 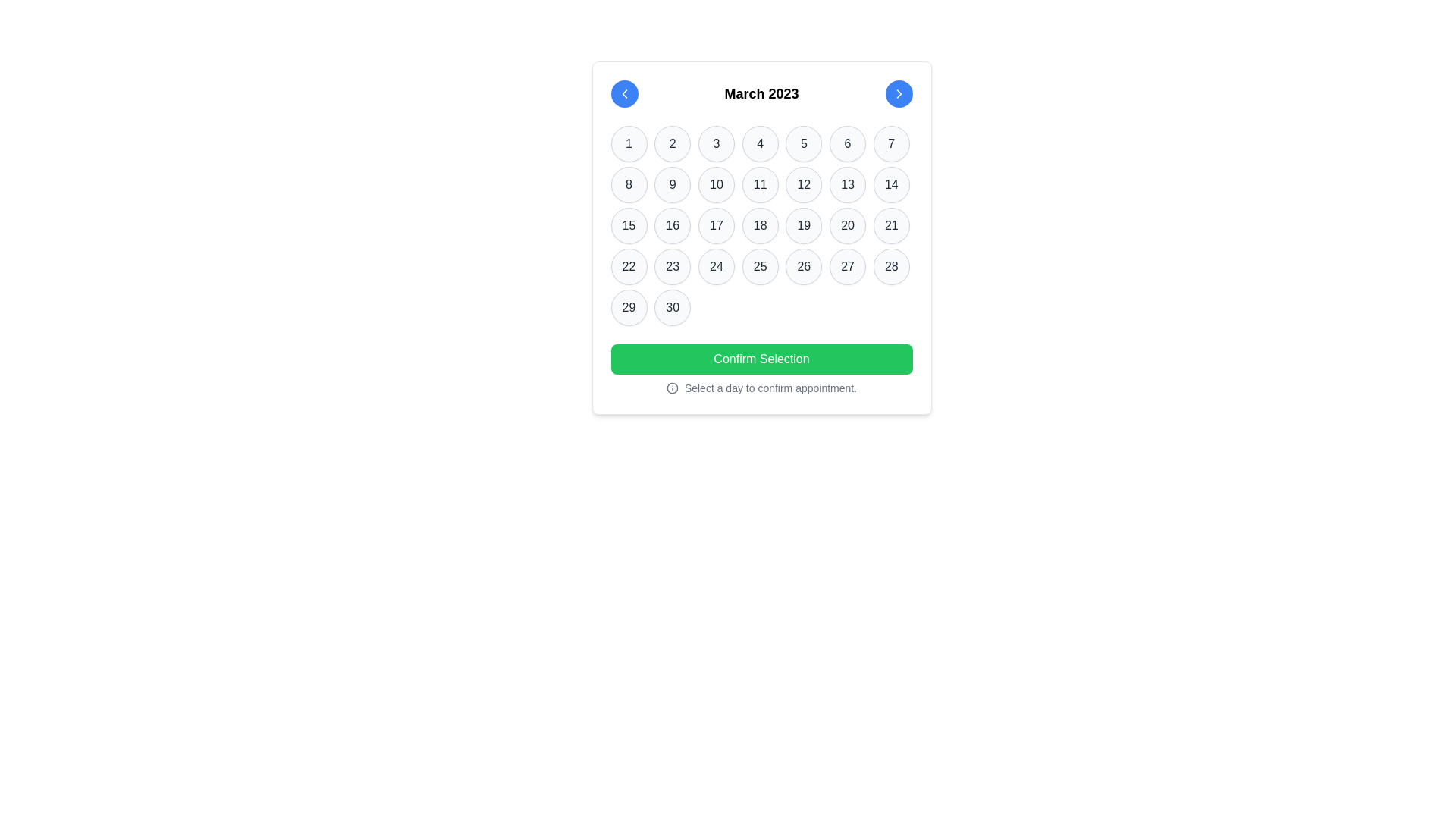 I want to click on the circular button with a white background and gray border containing the text '5', so click(x=803, y=143).